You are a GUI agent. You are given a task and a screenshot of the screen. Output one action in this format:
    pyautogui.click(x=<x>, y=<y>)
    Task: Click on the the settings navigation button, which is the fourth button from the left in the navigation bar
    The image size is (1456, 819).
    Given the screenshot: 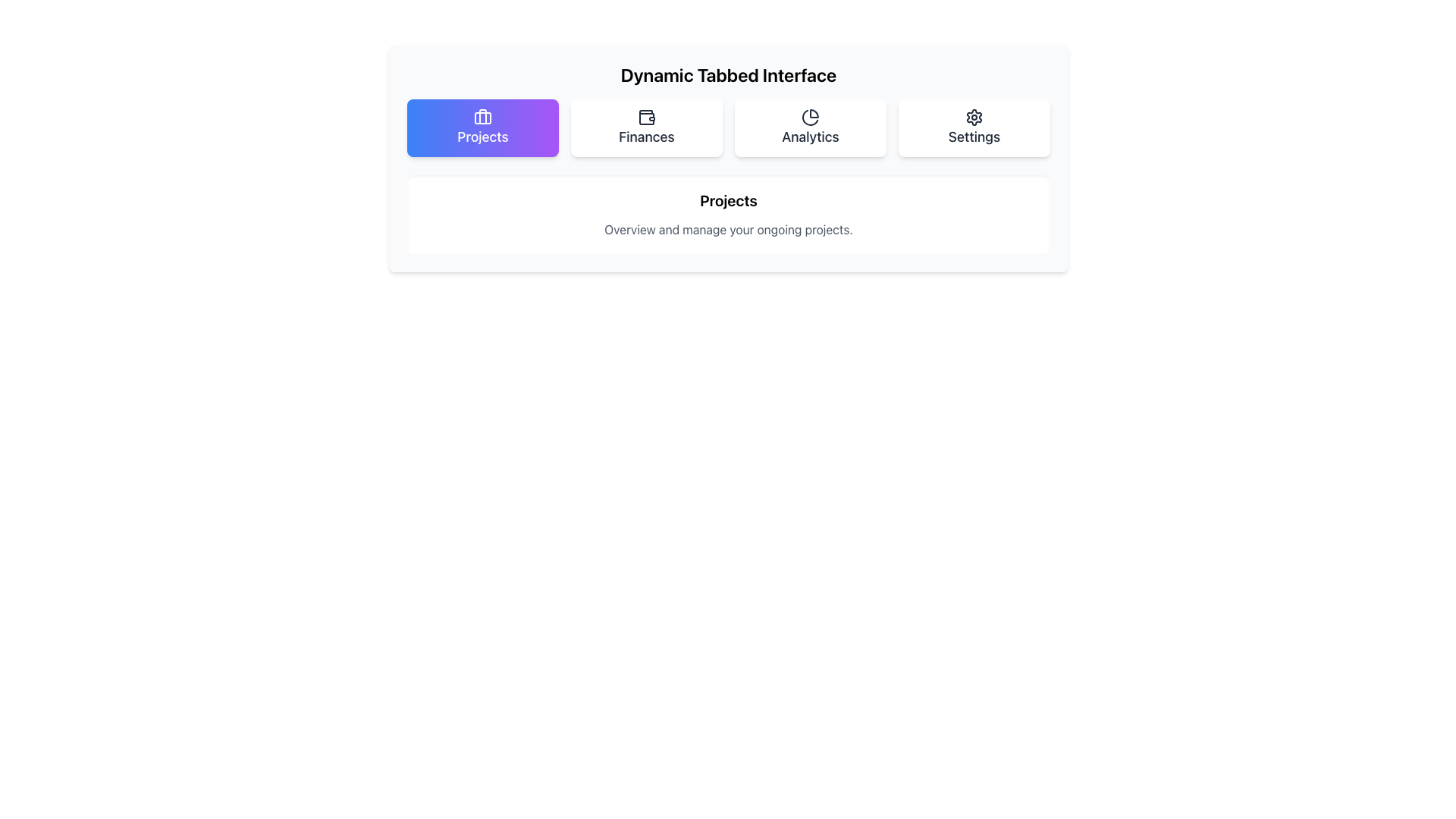 What is the action you would take?
    pyautogui.click(x=974, y=127)
    